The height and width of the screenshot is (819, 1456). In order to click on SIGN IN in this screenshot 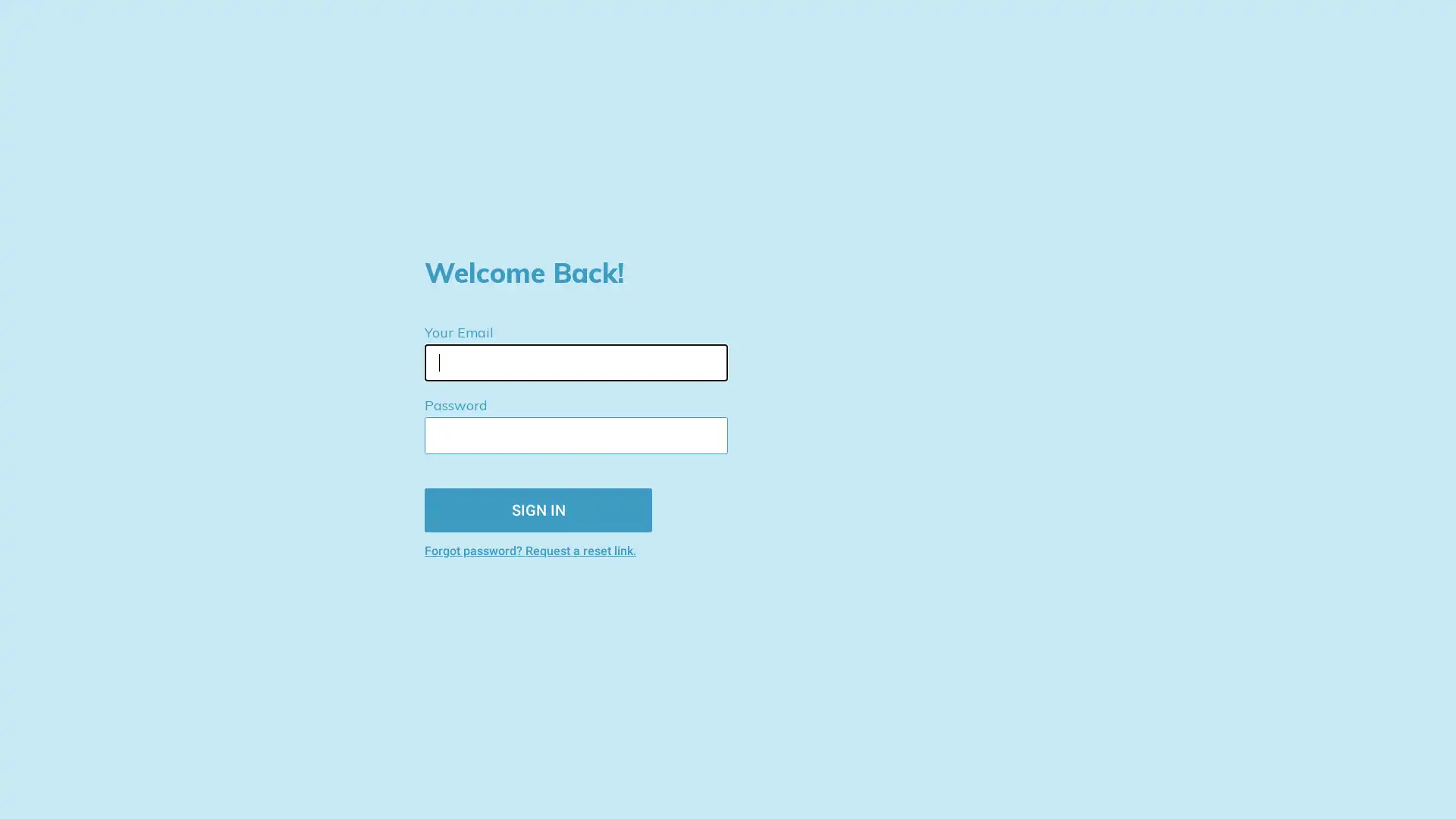, I will do `click(538, 509)`.